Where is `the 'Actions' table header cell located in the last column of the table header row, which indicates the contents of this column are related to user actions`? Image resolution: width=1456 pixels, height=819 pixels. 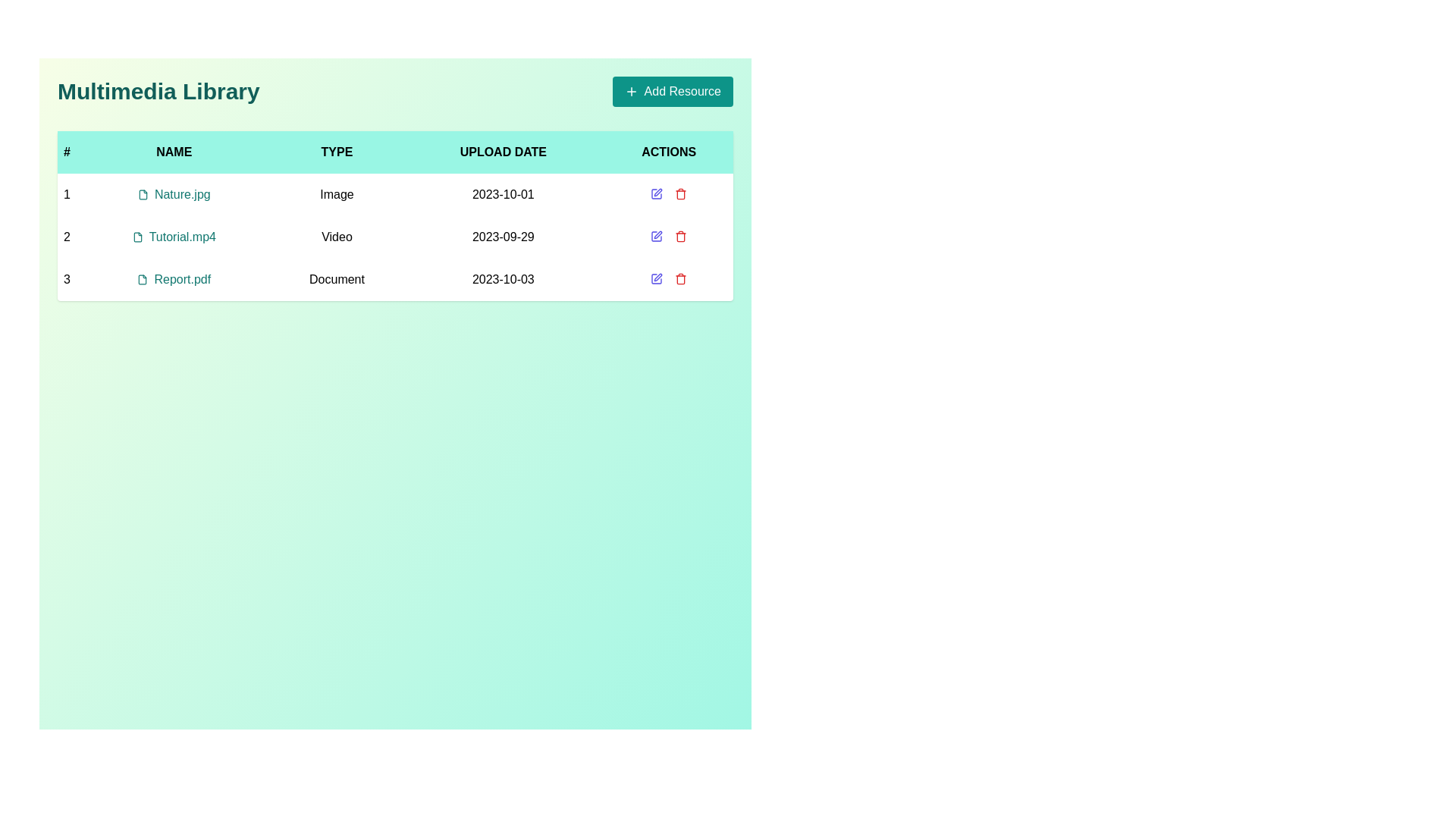
the 'Actions' table header cell located in the last column of the table header row, which indicates the contents of this column are related to user actions is located at coordinates (668, 152).